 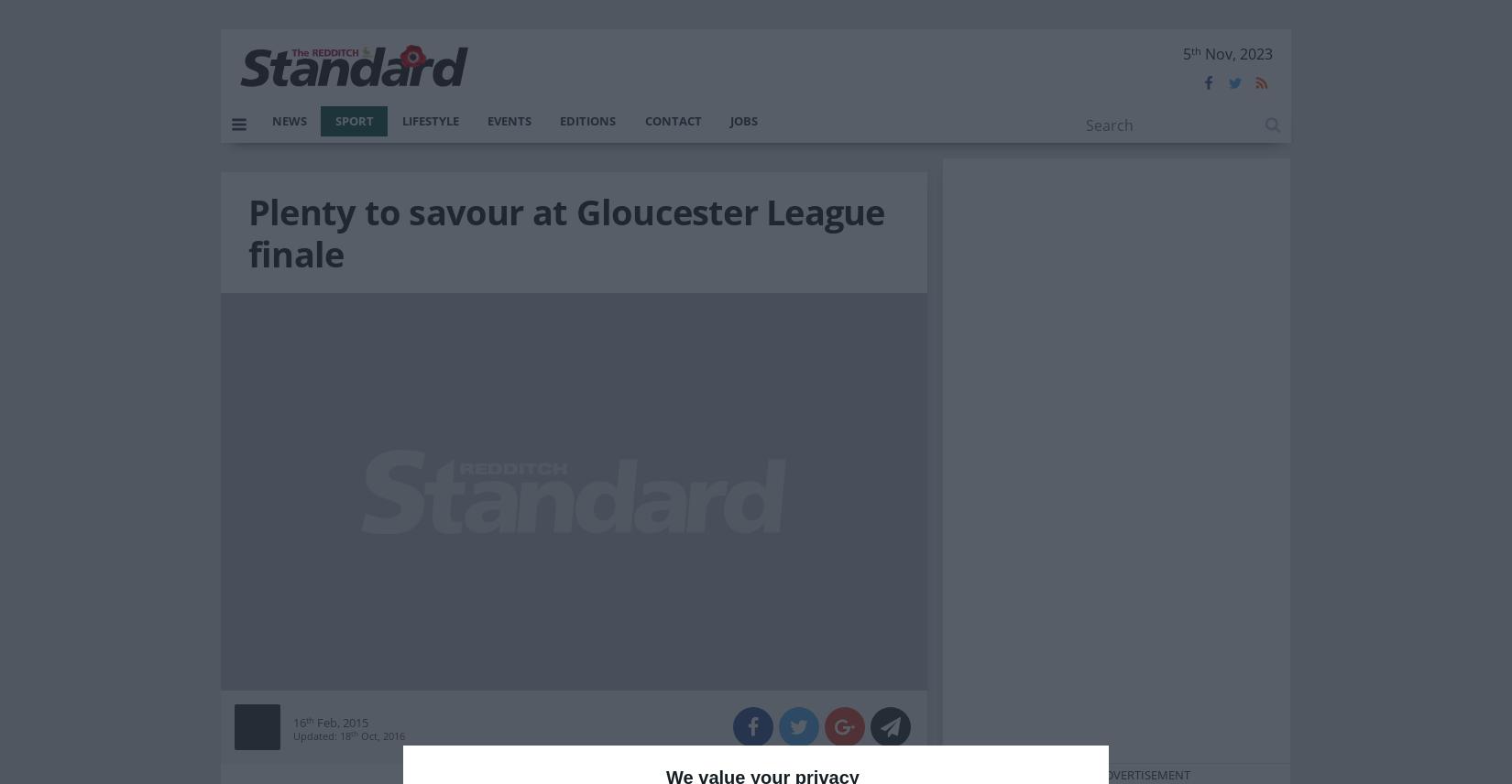 I want to click on 'Oct, 2016', so click(x=379, y=735).